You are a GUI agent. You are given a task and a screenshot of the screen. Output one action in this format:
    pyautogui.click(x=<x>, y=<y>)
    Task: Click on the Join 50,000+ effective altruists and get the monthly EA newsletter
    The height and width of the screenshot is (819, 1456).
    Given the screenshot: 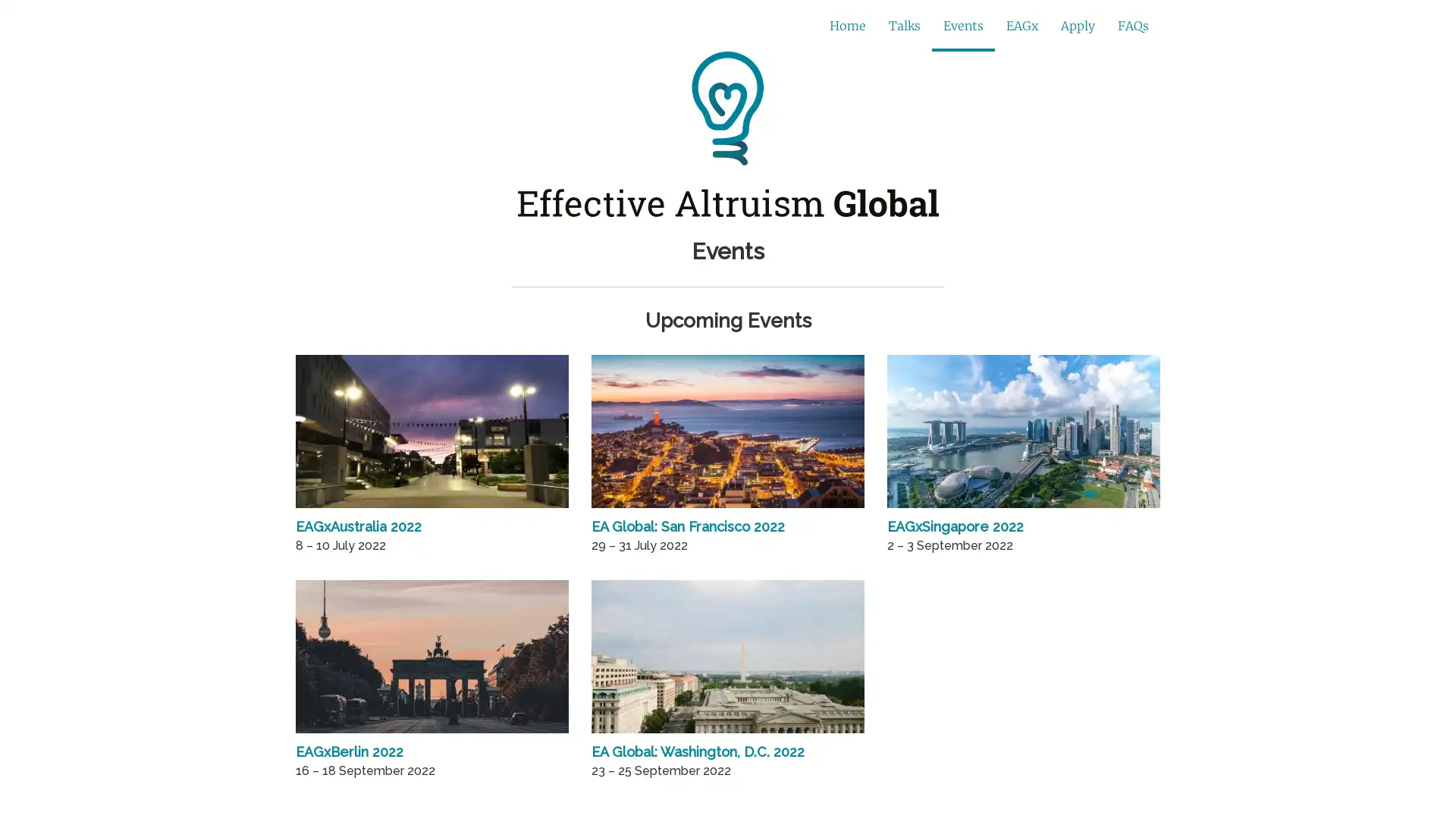 What is the action you would take?
    pyautogui.click(x=618, y=26)
    